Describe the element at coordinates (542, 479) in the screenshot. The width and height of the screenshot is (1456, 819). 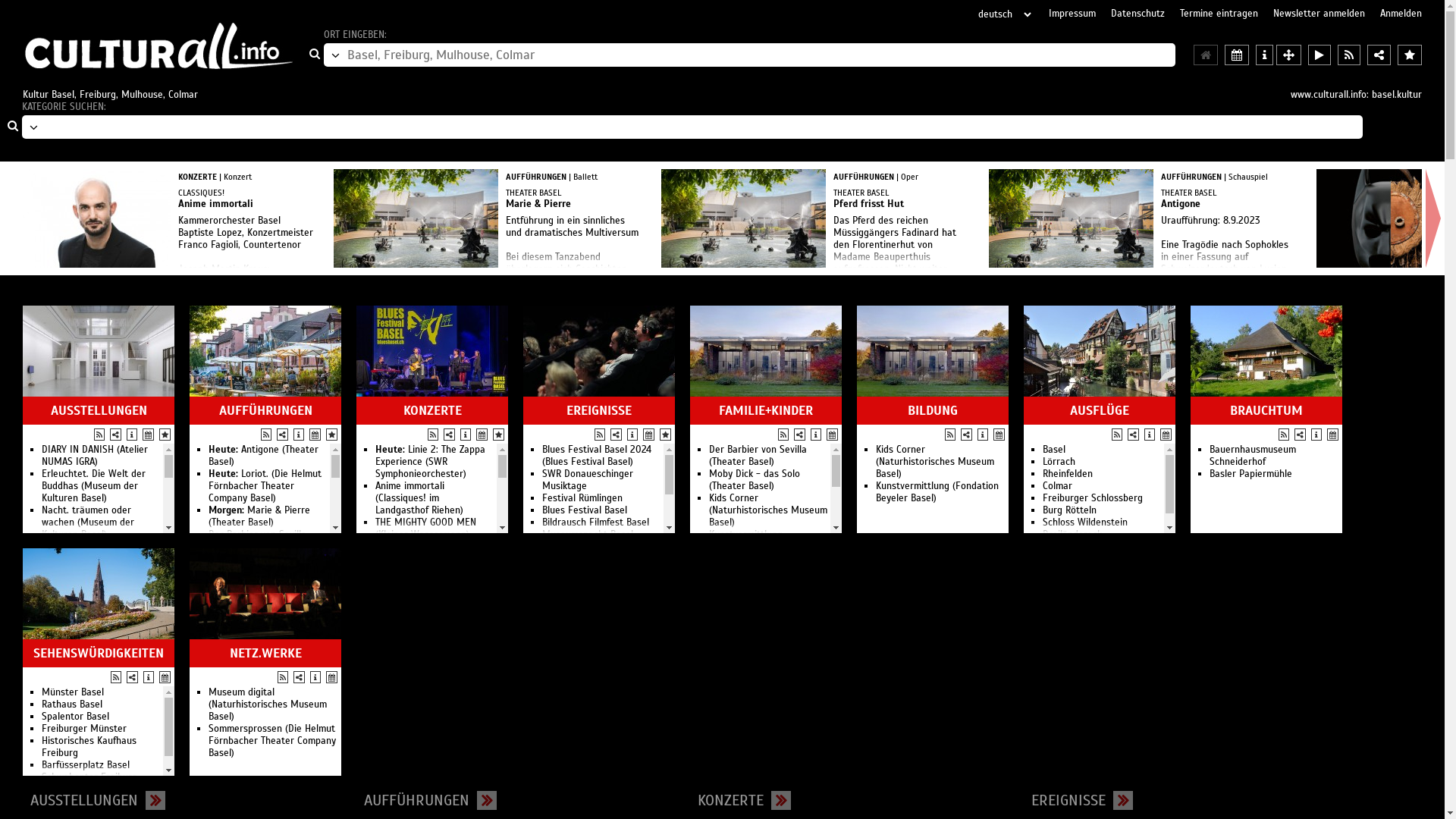
I see `'SWR Donaueschinger Musiktage'` at that location.